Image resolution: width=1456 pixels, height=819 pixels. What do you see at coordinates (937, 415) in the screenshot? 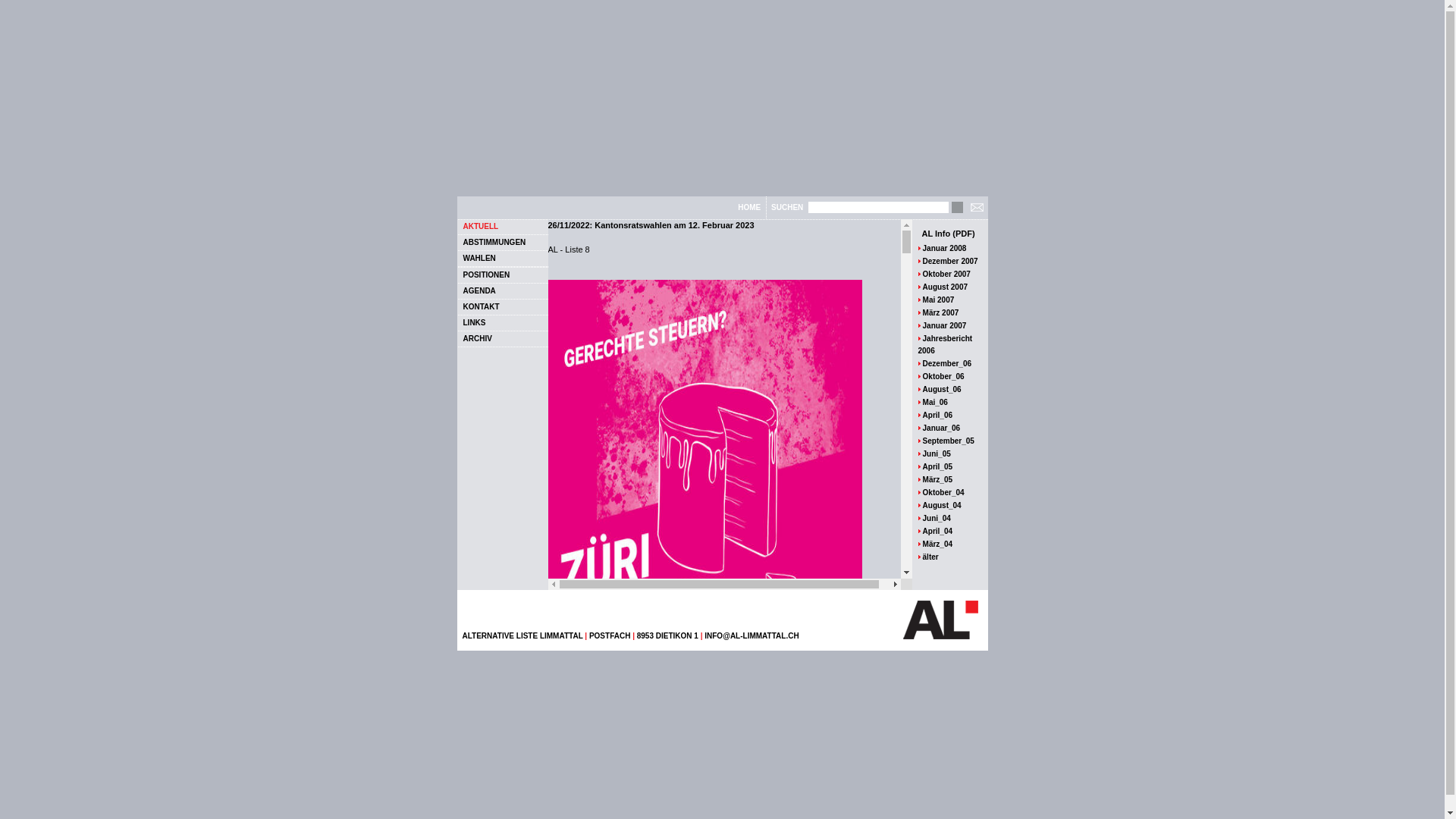
I see `'April_06'` at bounding box center [937, 415].